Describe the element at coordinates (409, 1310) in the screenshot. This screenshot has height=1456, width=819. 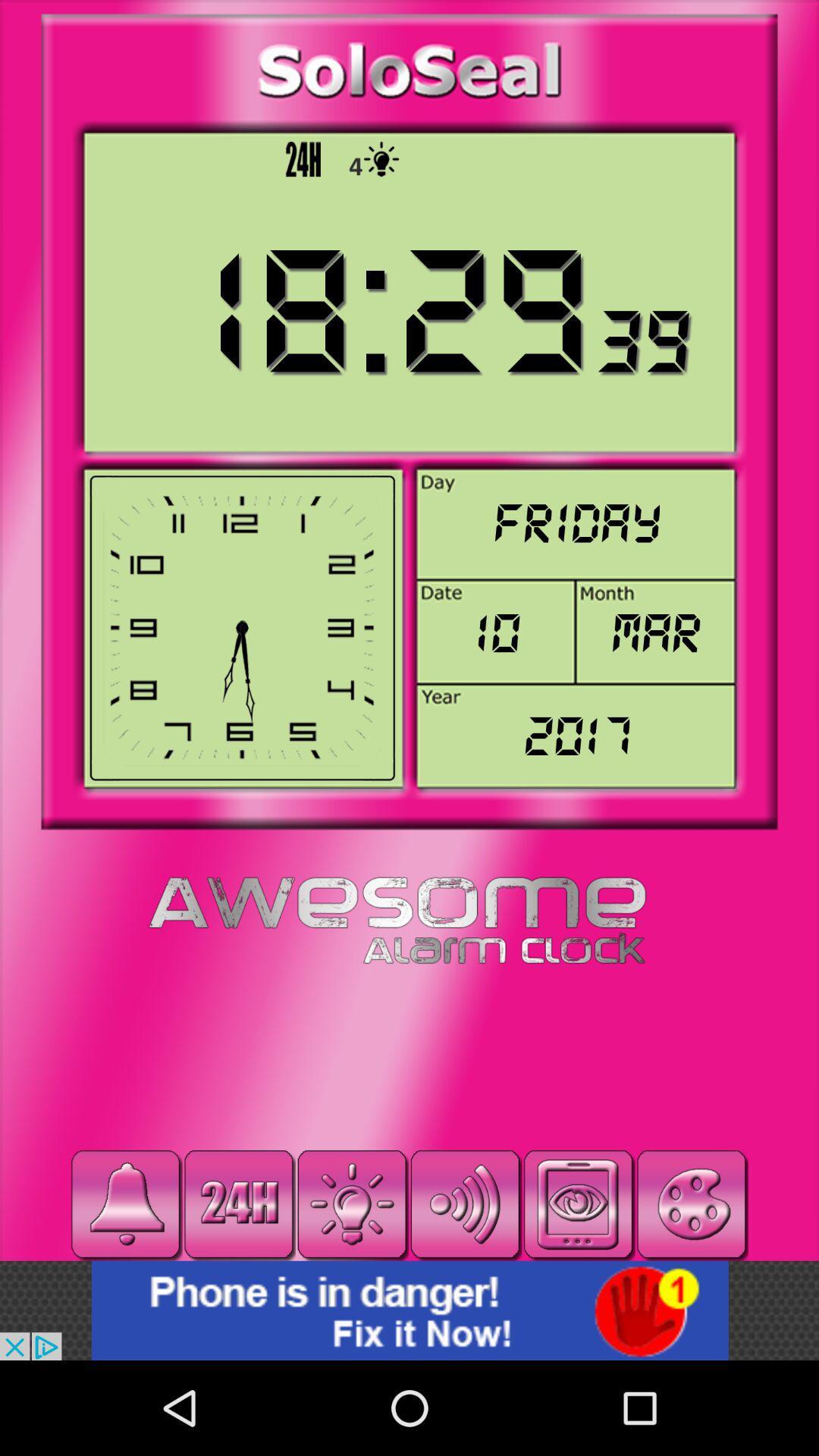
I see `the picture` at that location.